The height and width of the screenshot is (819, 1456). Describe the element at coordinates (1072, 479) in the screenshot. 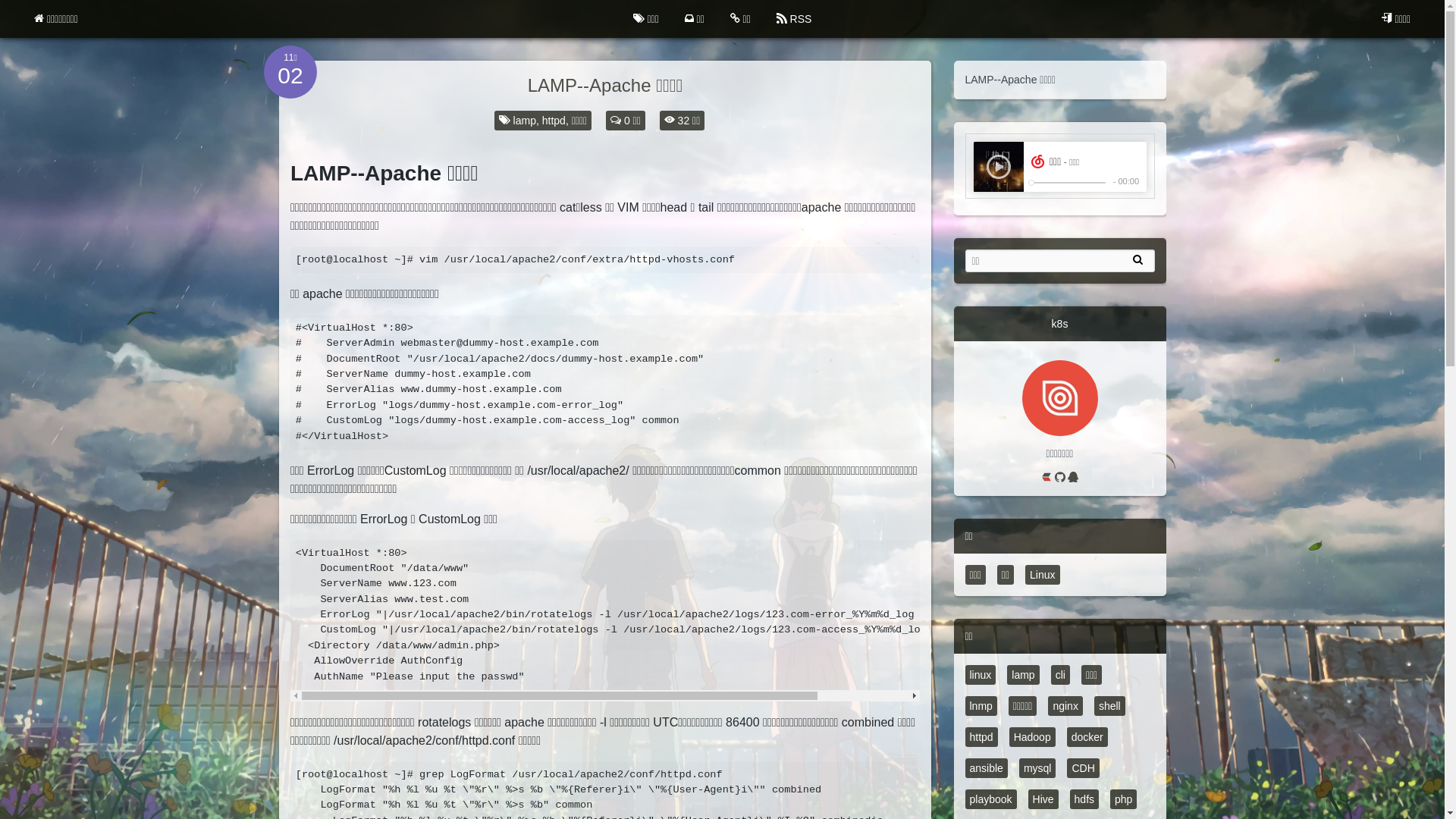

I see `'1014887978'` at that location.